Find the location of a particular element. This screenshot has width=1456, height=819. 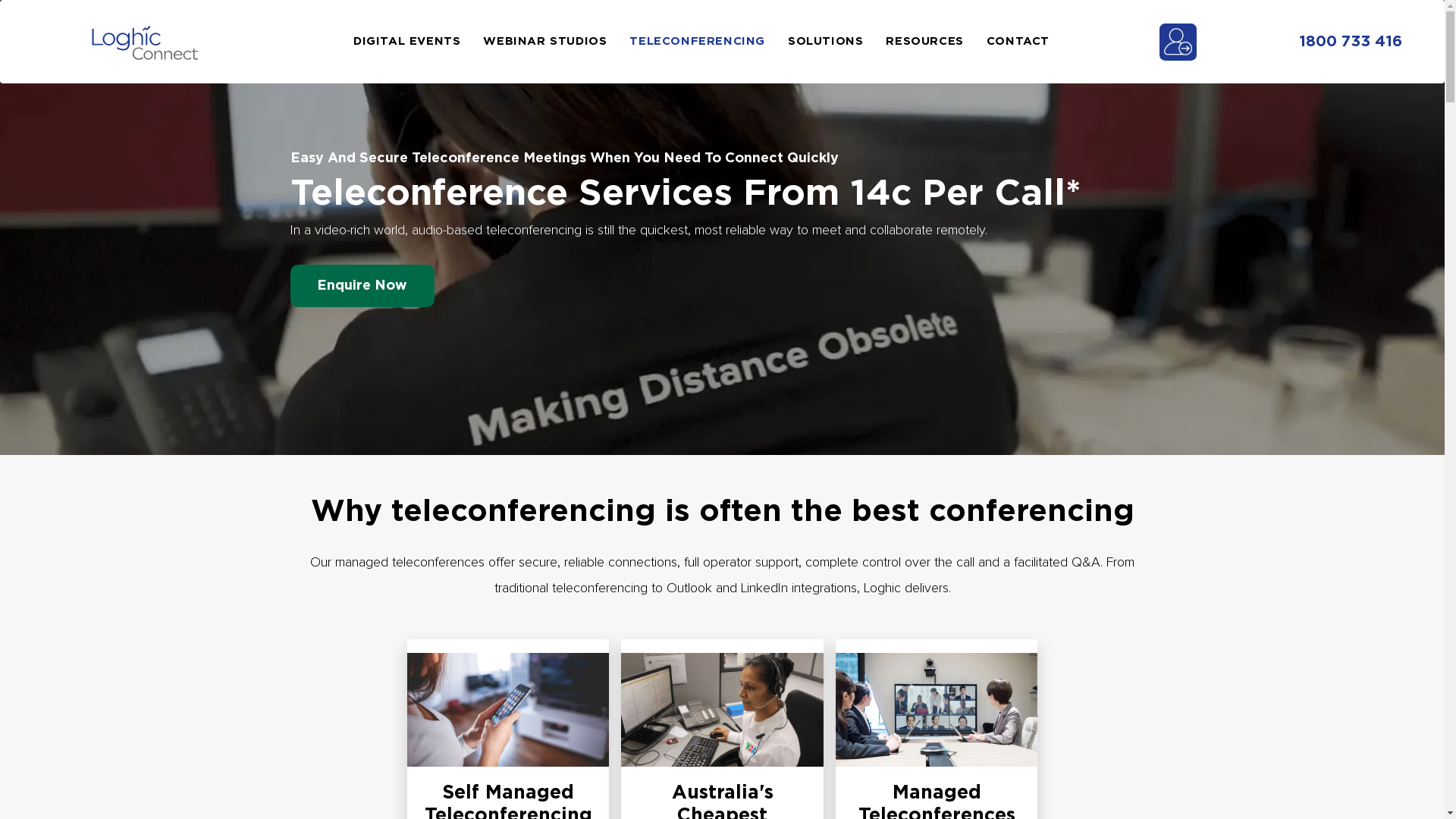

'WEBINAR STUDIOS' is located at coordinates (555, 40).